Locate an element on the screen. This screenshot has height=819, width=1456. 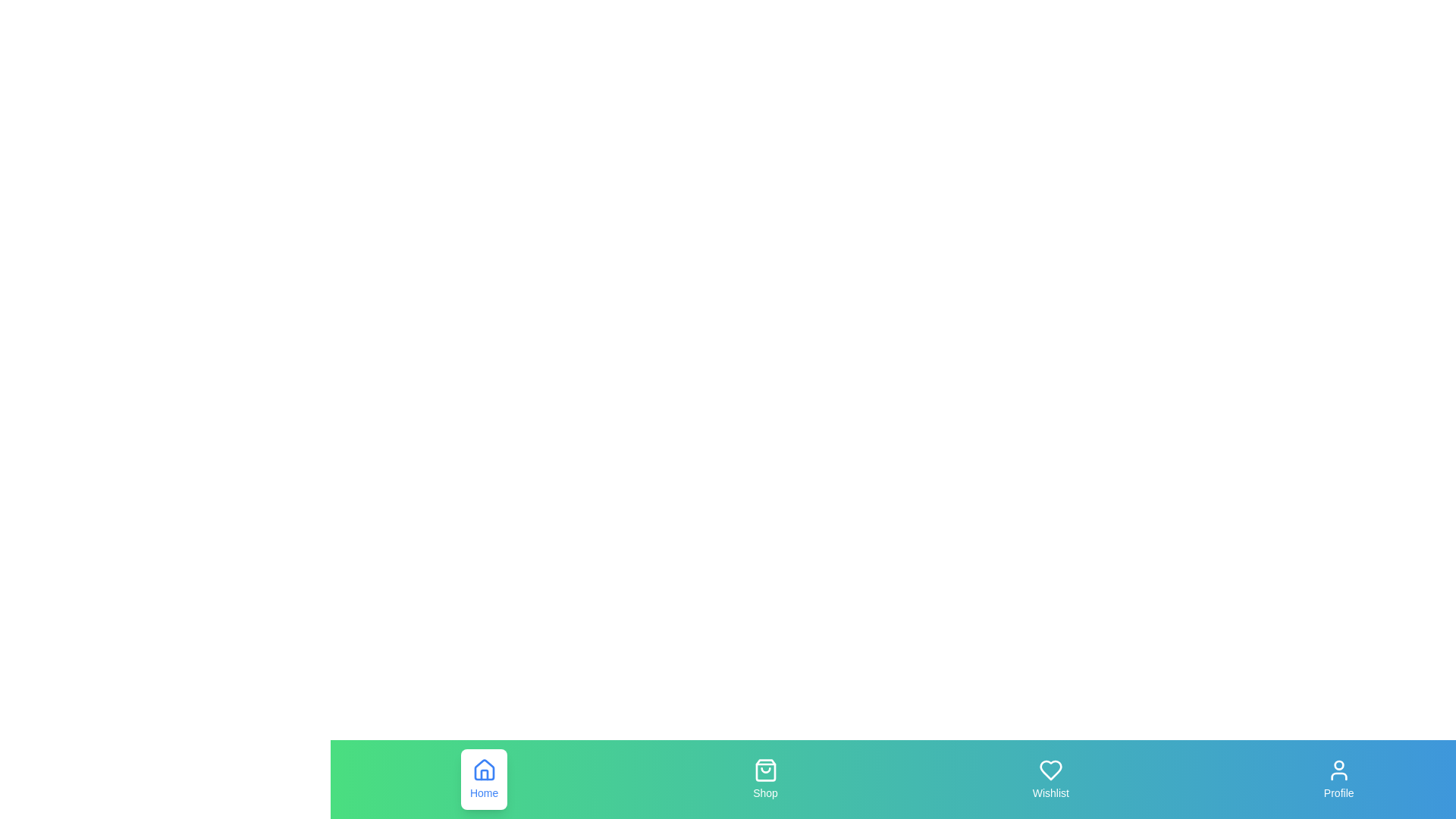
the tab labeled Shop by clicking its button is located at coordinates (765, 780).